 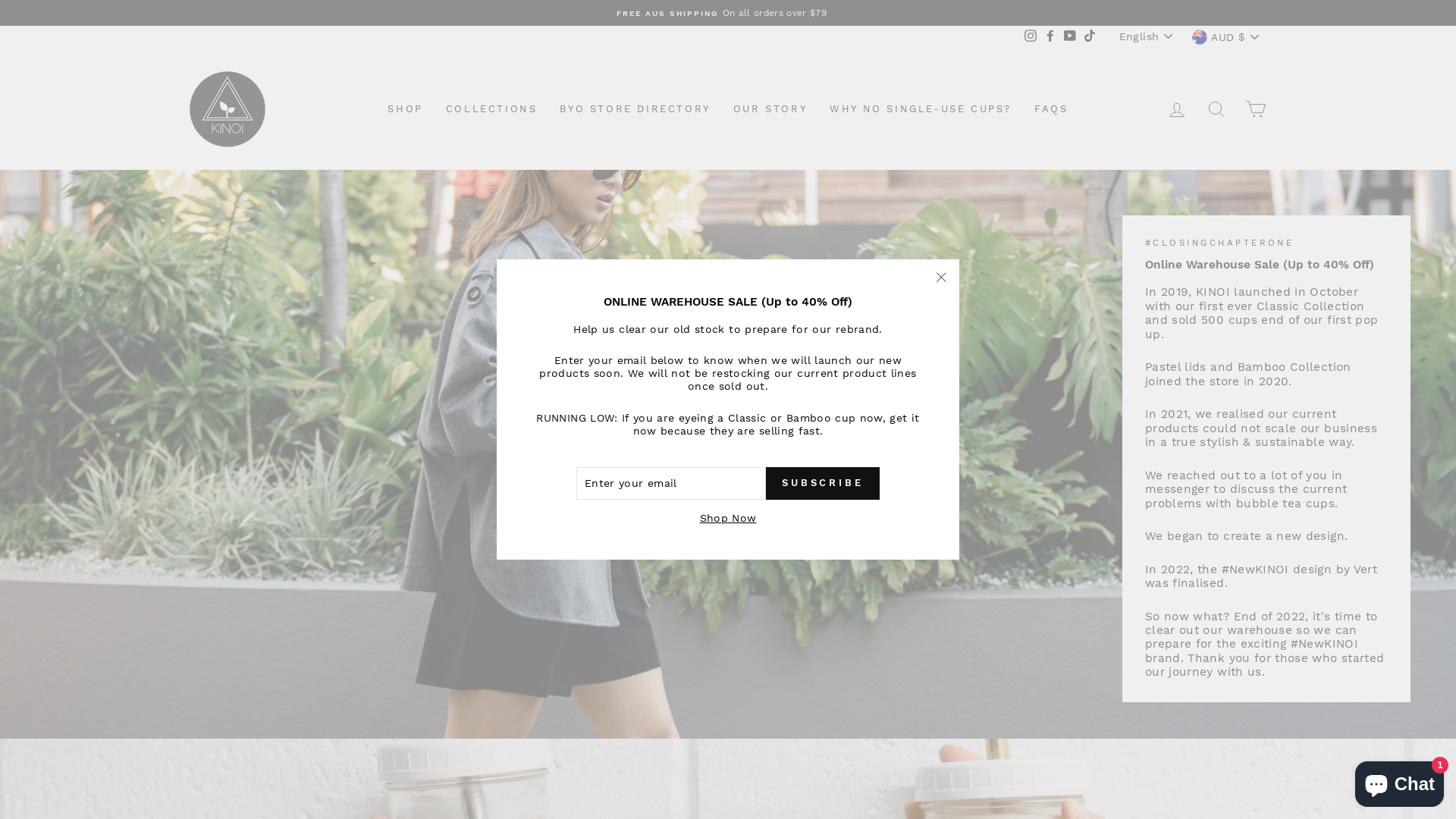 What do you see at coordinates (1069, 36) in the screenshot?
I see `'YouTube'` at bounding box center [1069, 36].